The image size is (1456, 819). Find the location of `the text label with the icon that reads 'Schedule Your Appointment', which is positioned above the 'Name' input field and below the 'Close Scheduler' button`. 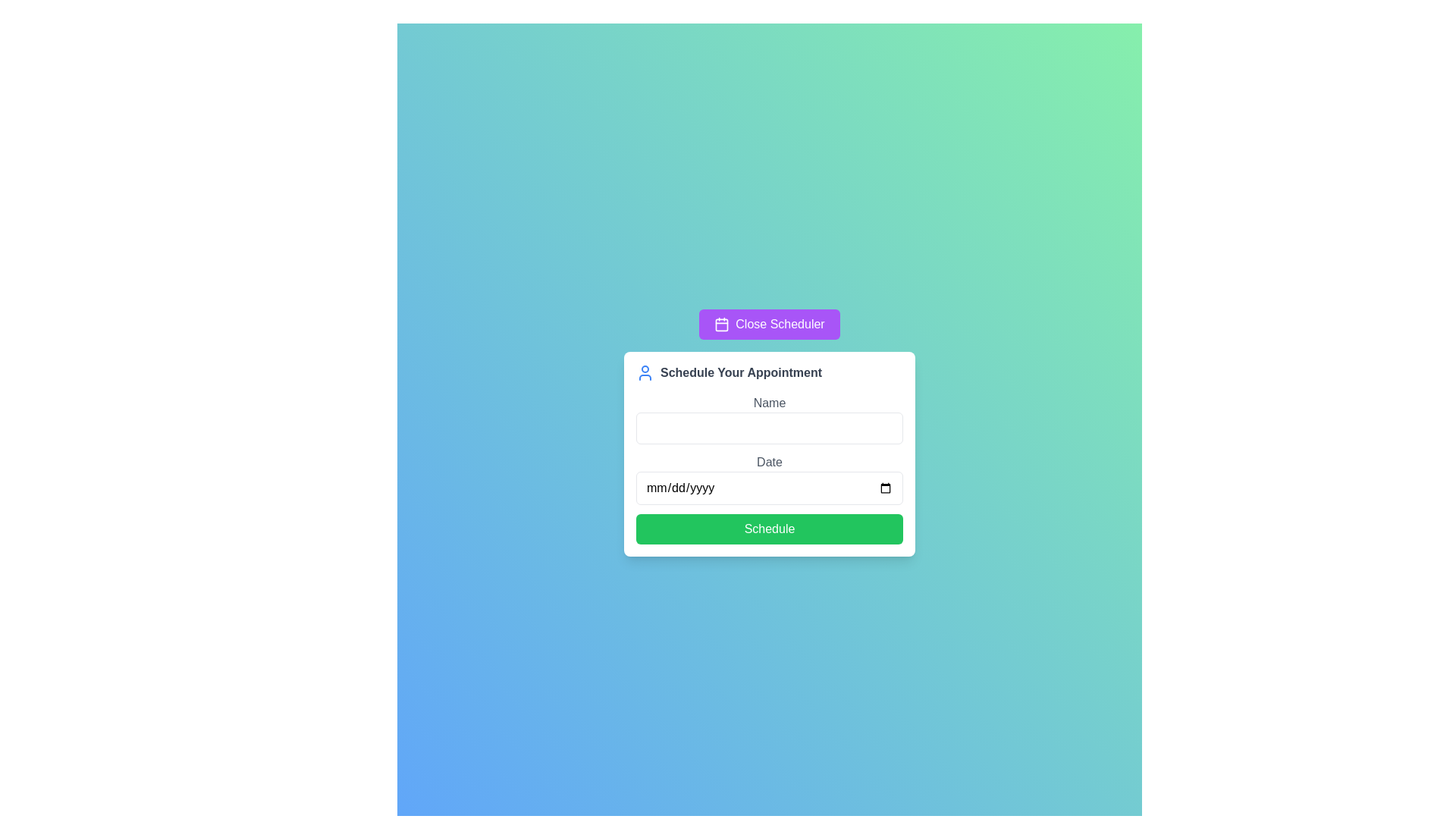

the text label with the icon that reads 'Schedule Your Appointment', which is positioned above the 'Name' input field and below the 'Close Scheduler' button is located at coordinates (769, 373).